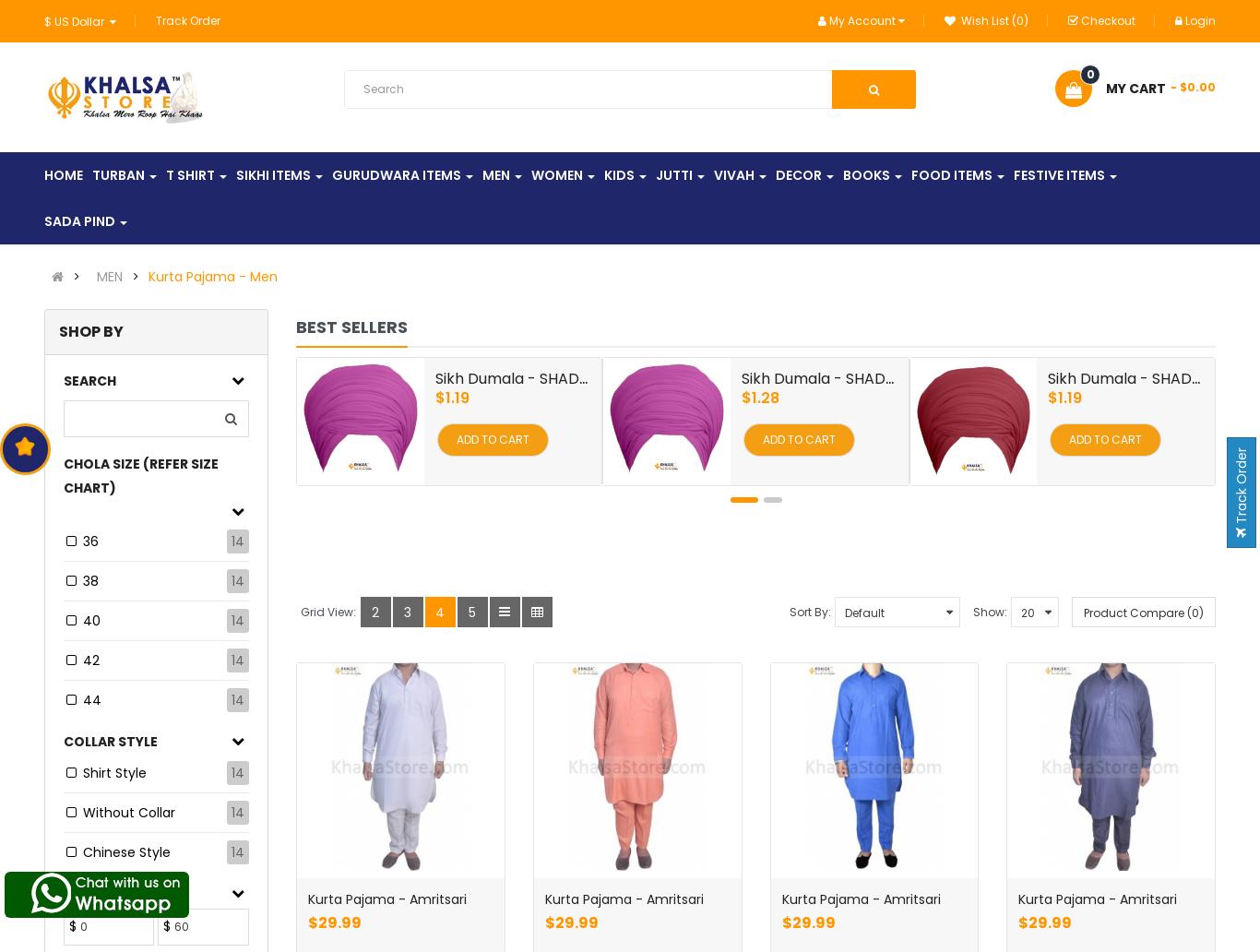 The image size is (1260, 952). I want to click on '€ Euro', so click(61, 73).